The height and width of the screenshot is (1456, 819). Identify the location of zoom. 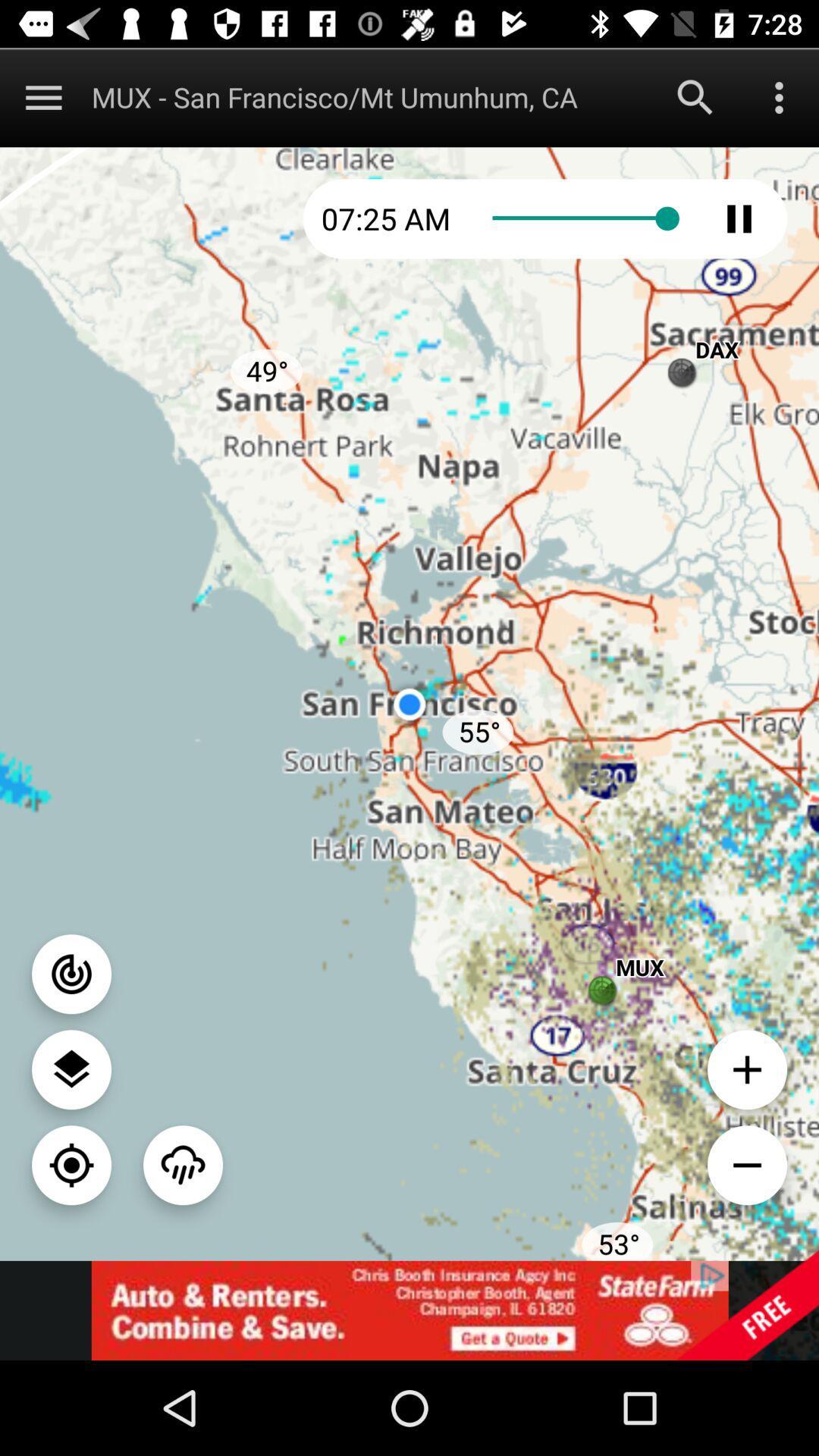
(71, 1164).